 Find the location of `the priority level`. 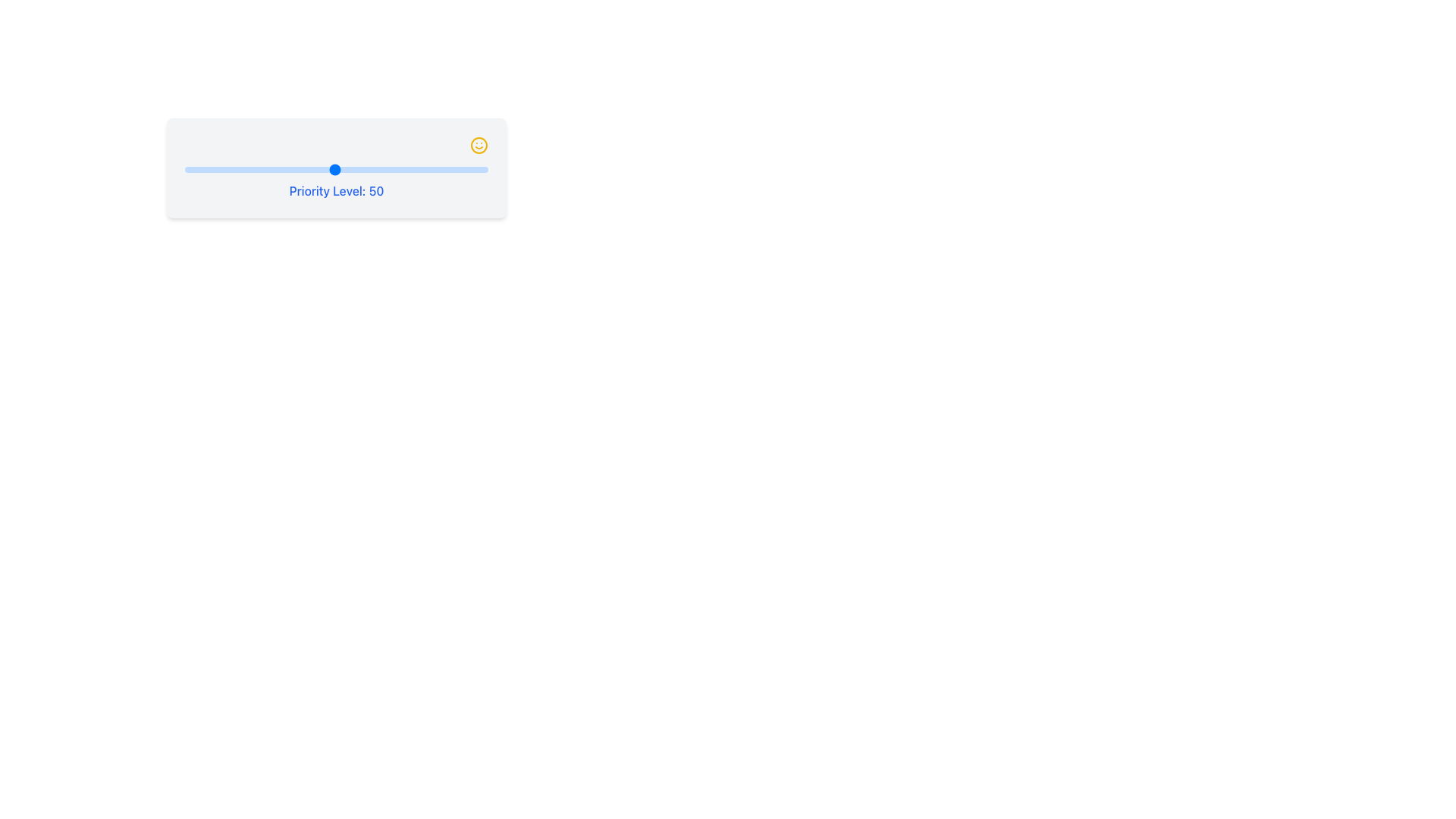

the priority level is located at coordinates (298, 169).